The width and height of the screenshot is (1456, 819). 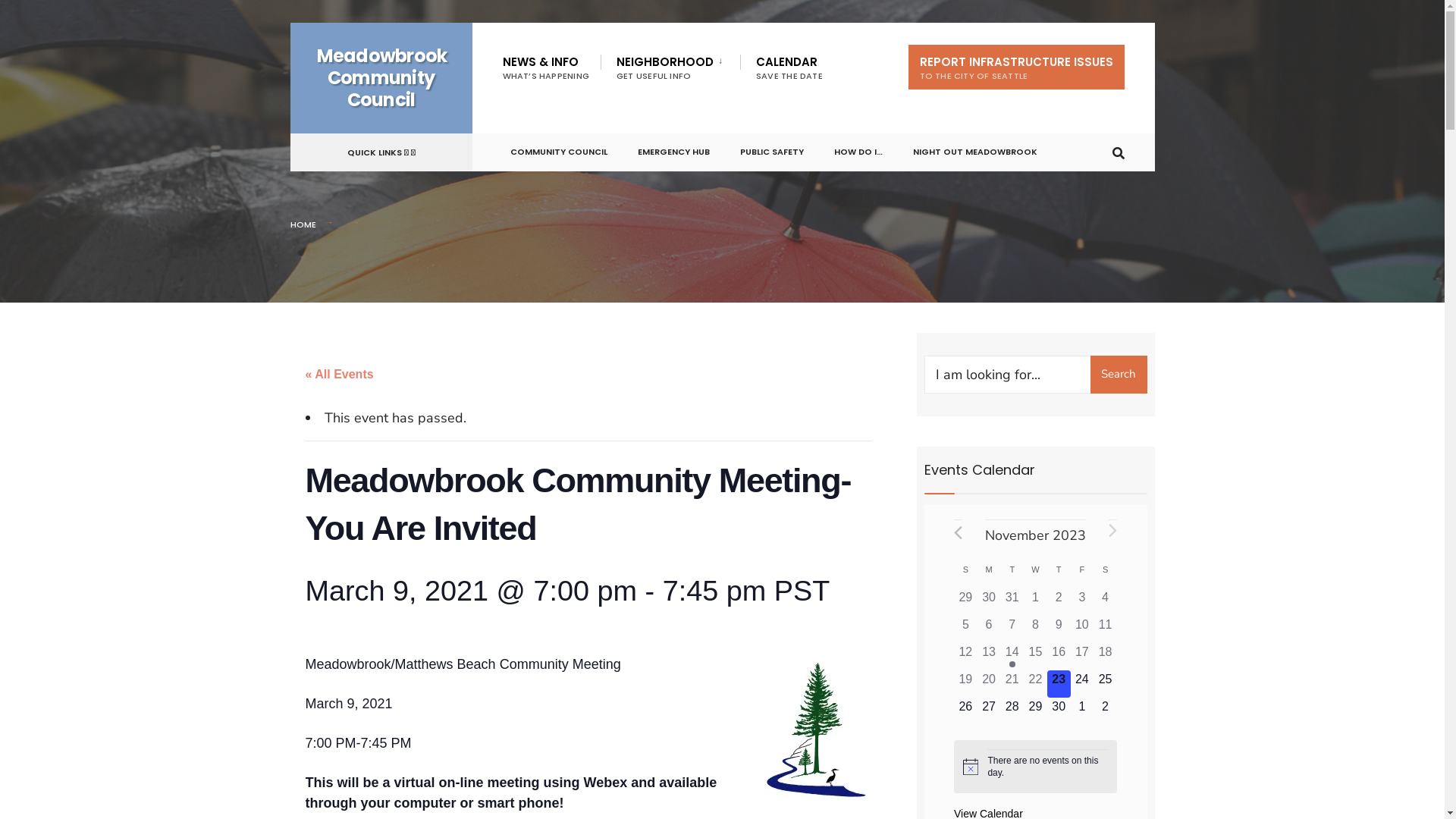 I want to click on '0 events,, so click(x=1105, y=711).